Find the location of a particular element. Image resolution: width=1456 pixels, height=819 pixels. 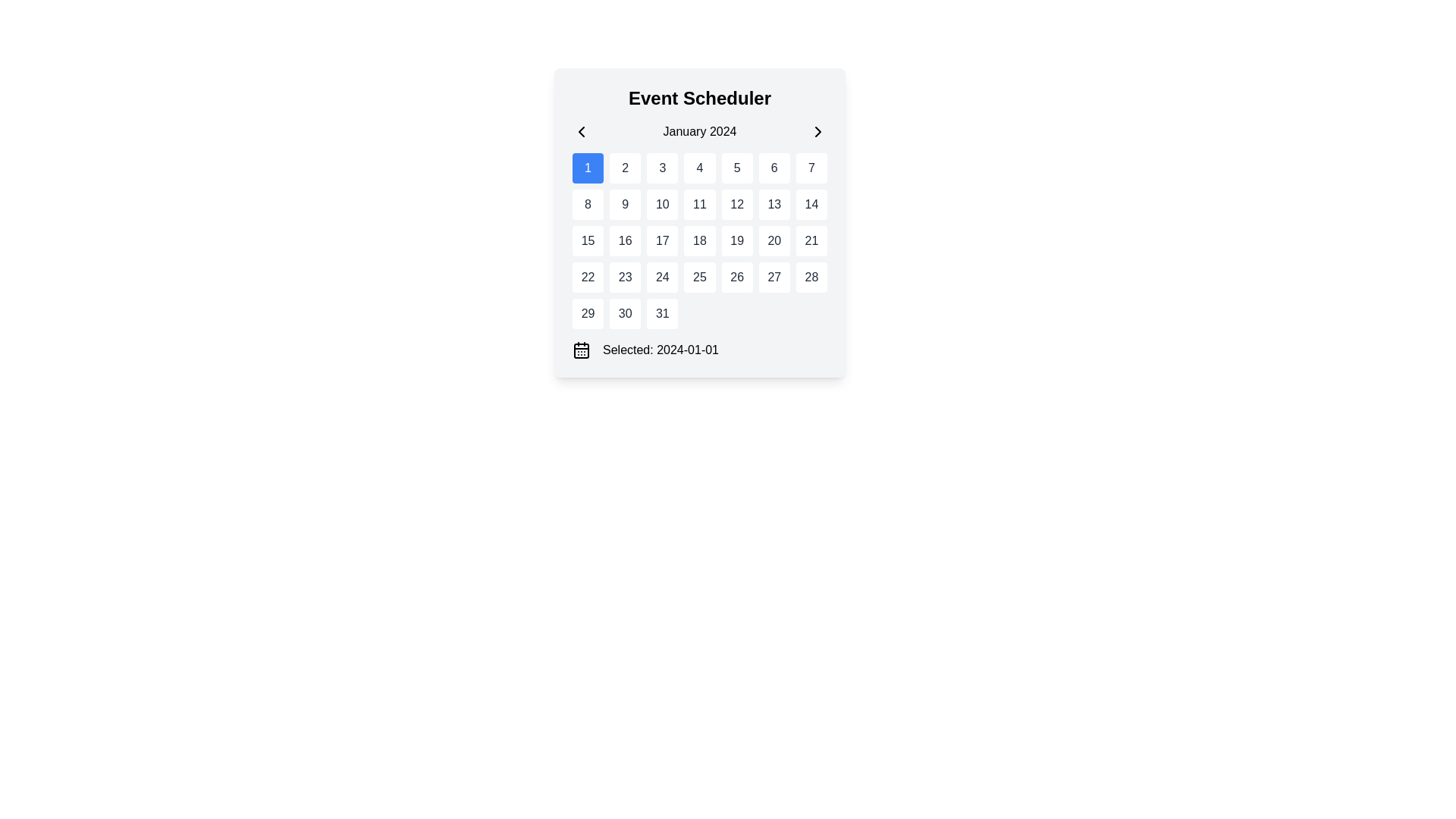

the calendar day cell in the second row and sixth column of the January 2024 month view is located at coordinates (737, 205).